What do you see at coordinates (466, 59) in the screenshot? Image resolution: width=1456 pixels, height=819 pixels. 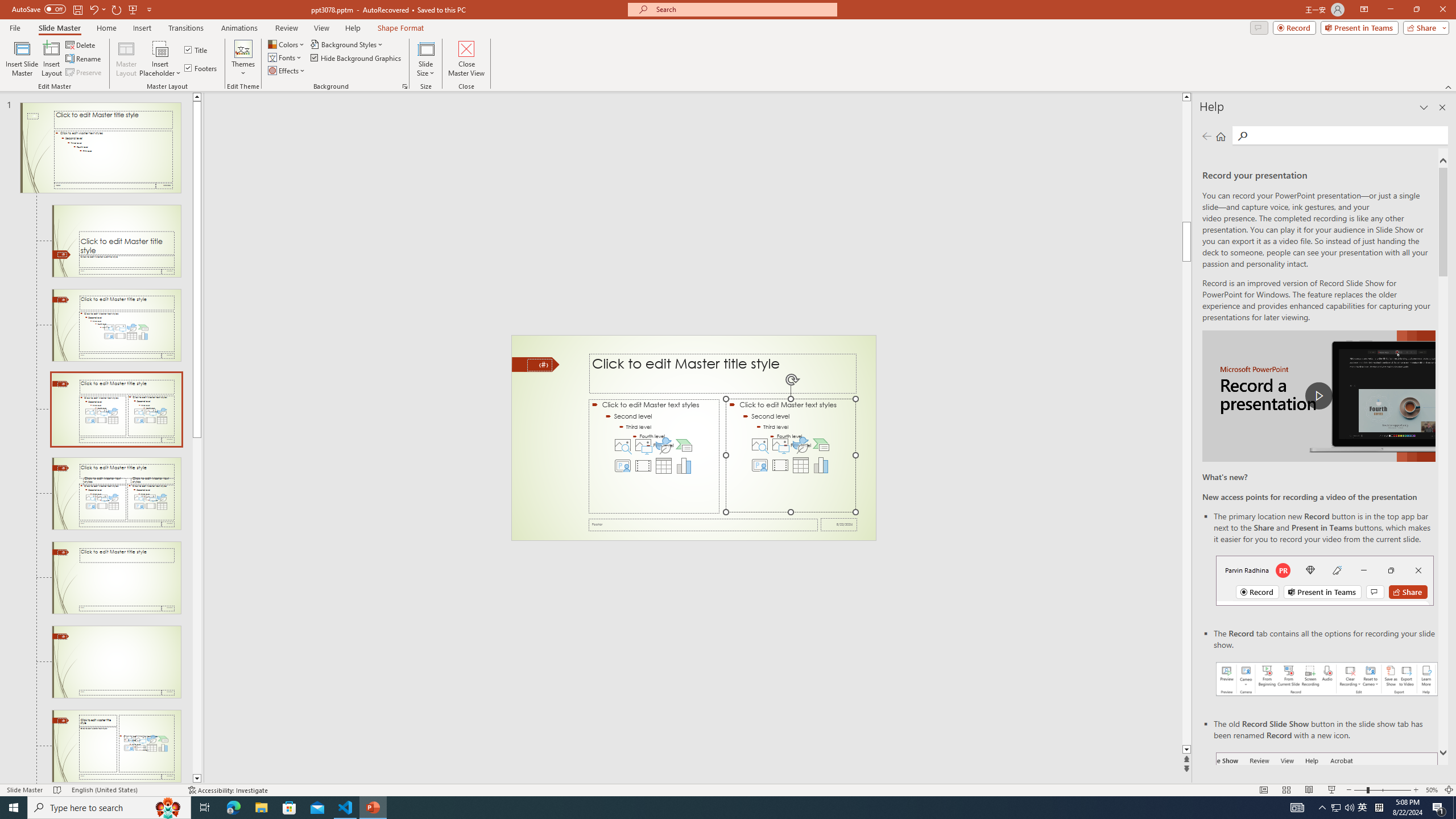 I see `'Close Master View'` at bounding box center [466, 59].